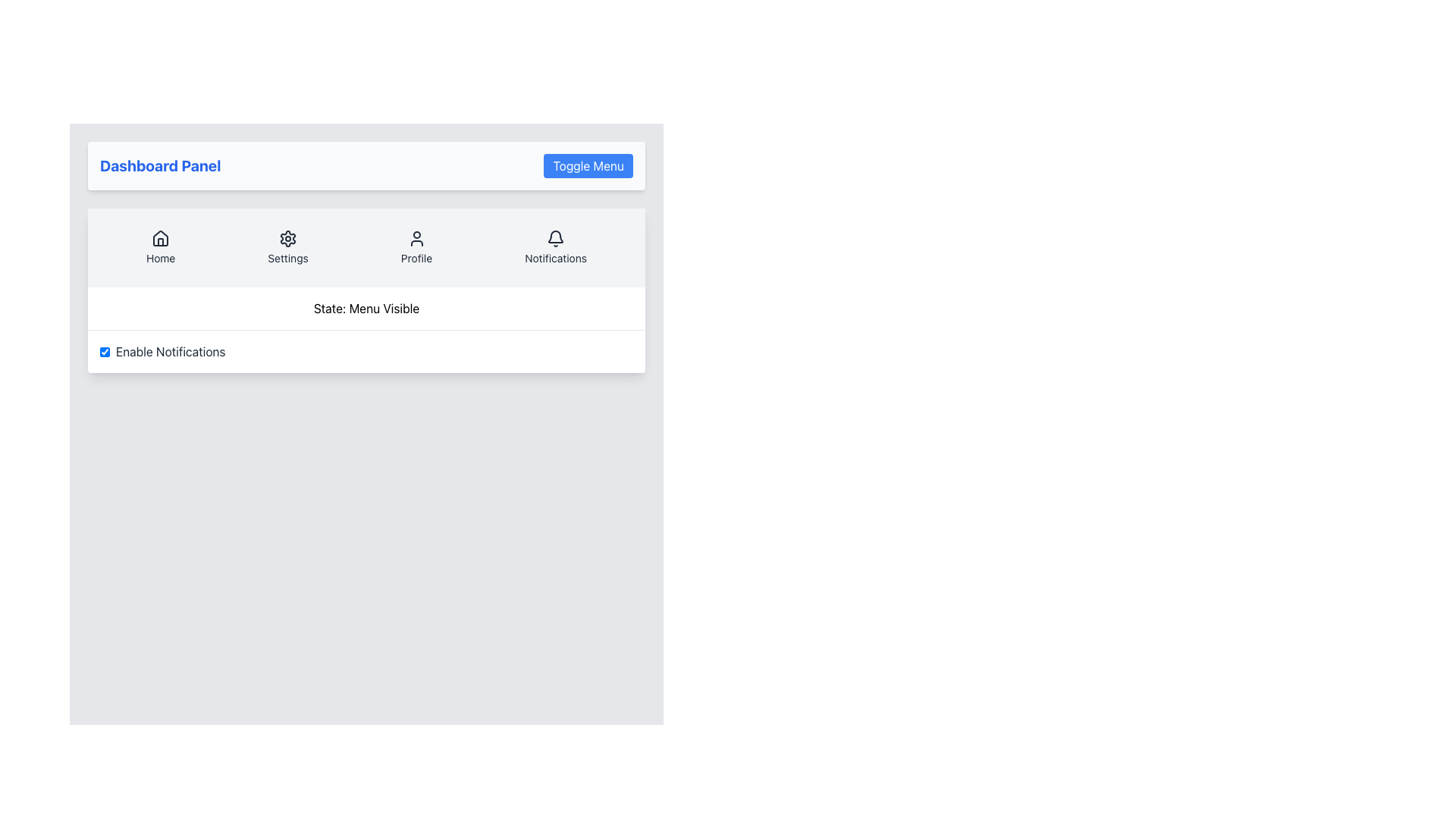  Describe the element at coordinates (366, 247) in the screenshot. I see `the navigation bar icons labeled 'Home', 'Settings', 'Profile', and 'Notifications' to trigger their hover styles` at that location.